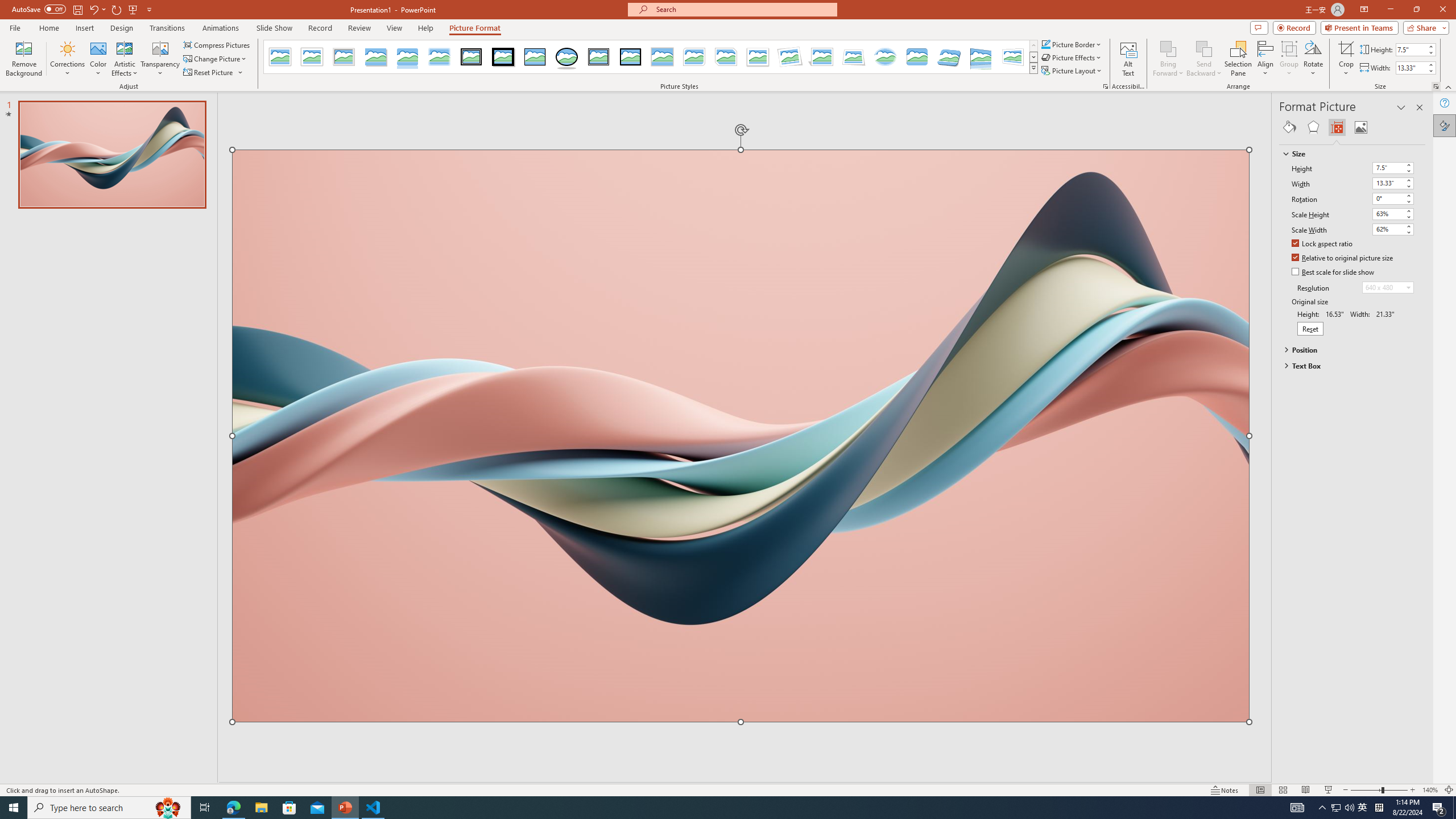  What do you see at coordinates (1305, 790) in the screenshot?
I see `'Reading View'` at bounding box center [1305, 790].